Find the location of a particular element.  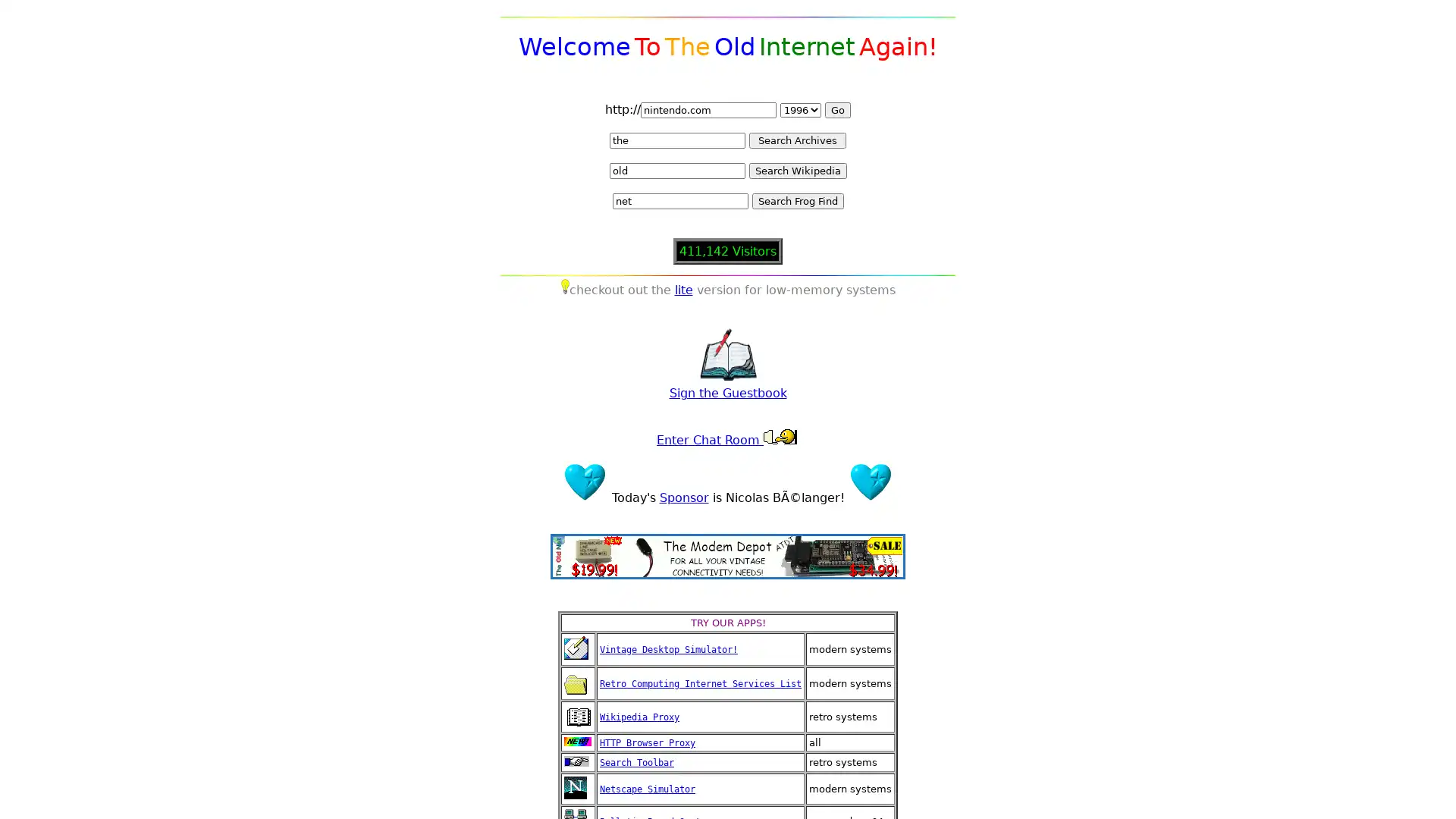

Go is located at coordinates (836, 109).